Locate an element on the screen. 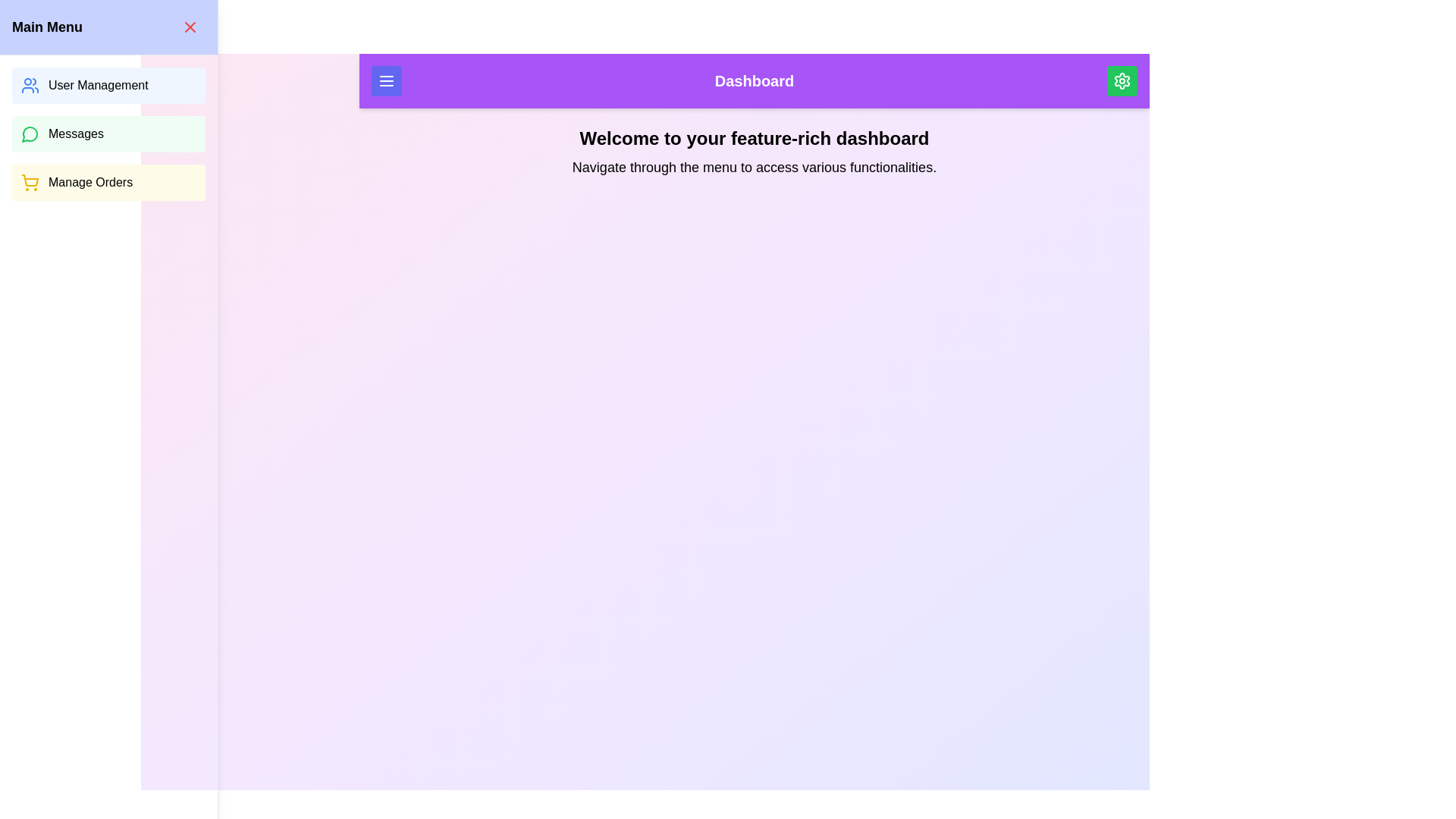 Image resolution: width=1456 pixels, height=819 pixels. the green circular button with a white gear icon located at the top right side of the purple bar labeled 'Dashboard' is located at coordinates (1122, 81).